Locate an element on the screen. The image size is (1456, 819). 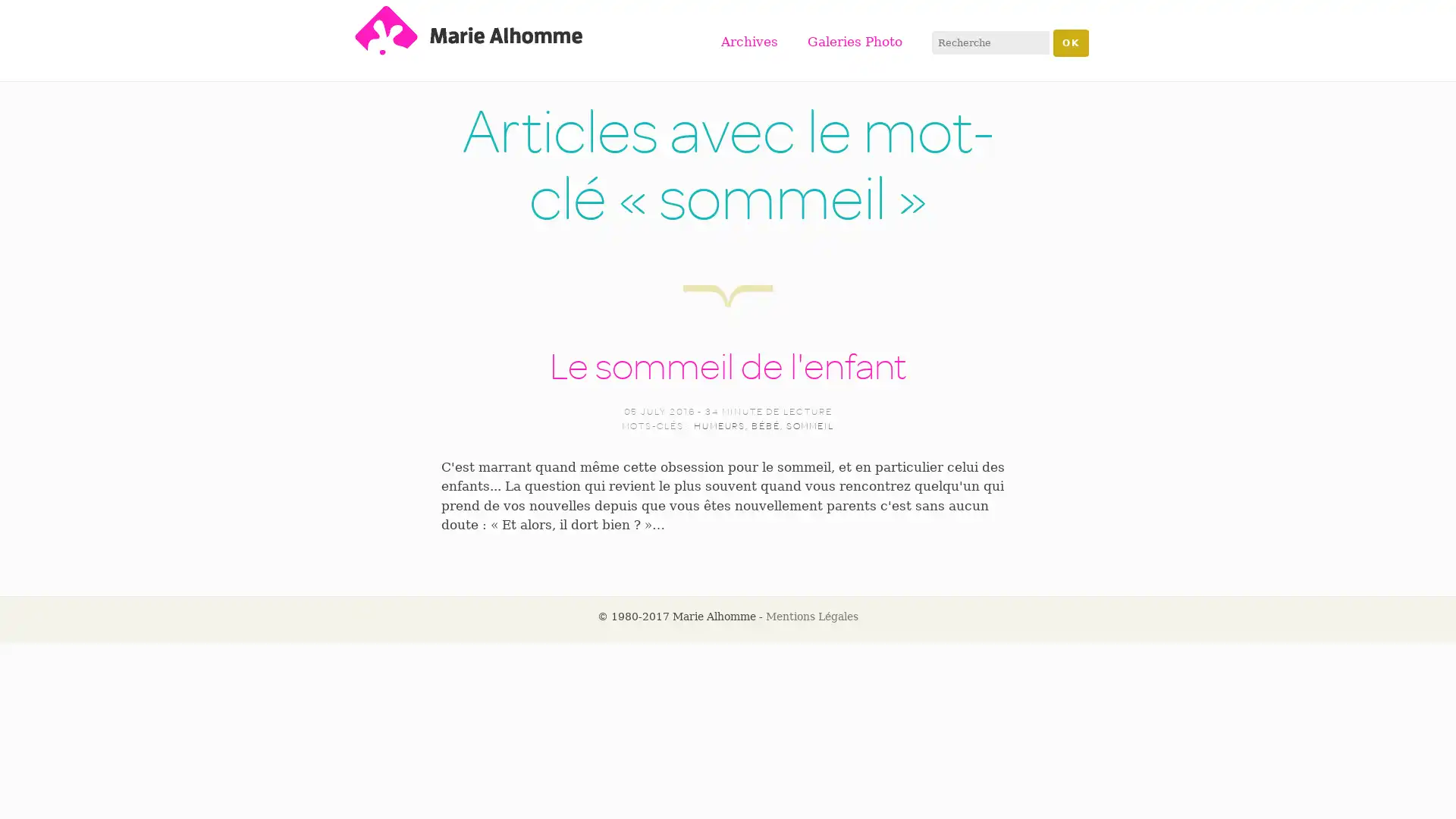
OK is located at coordinates (1069, 42).